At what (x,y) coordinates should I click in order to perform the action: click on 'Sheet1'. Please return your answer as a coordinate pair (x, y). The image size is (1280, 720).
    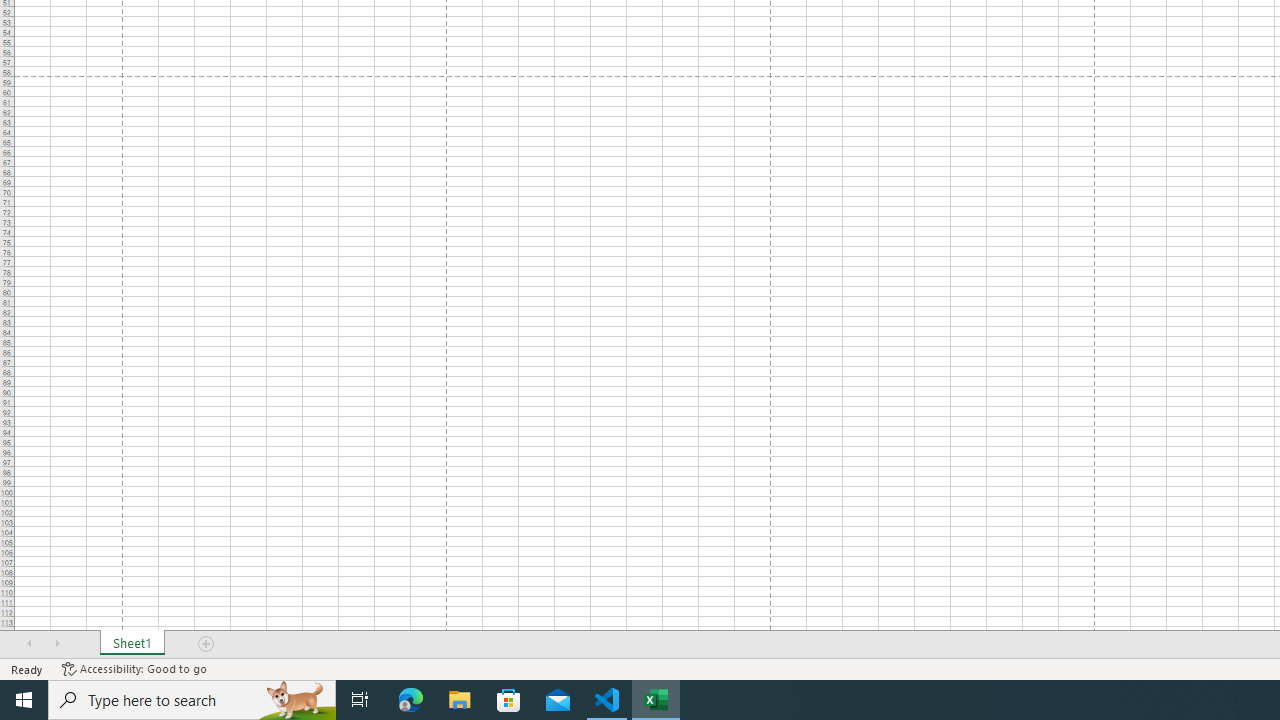
    Looking at the image, I should click on (131, 644).